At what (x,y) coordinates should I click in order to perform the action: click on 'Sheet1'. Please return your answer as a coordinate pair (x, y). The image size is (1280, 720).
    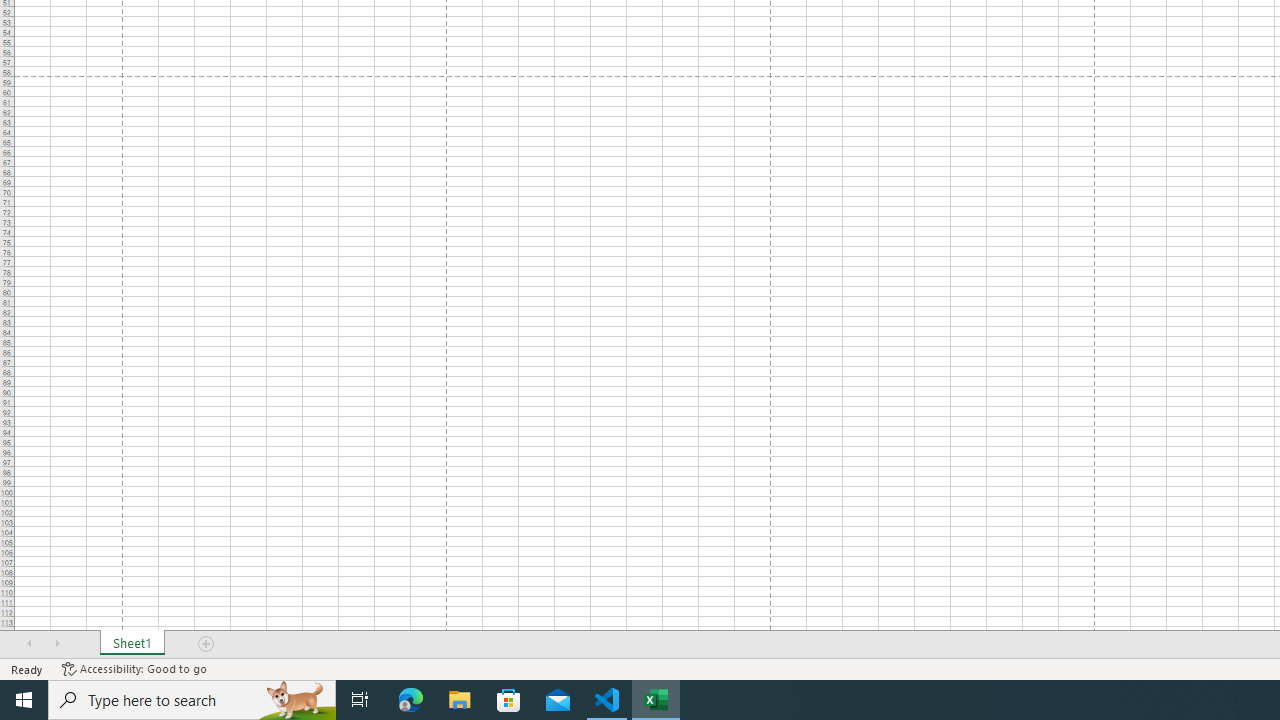
    Looking at the image, I should click on (131, 644).